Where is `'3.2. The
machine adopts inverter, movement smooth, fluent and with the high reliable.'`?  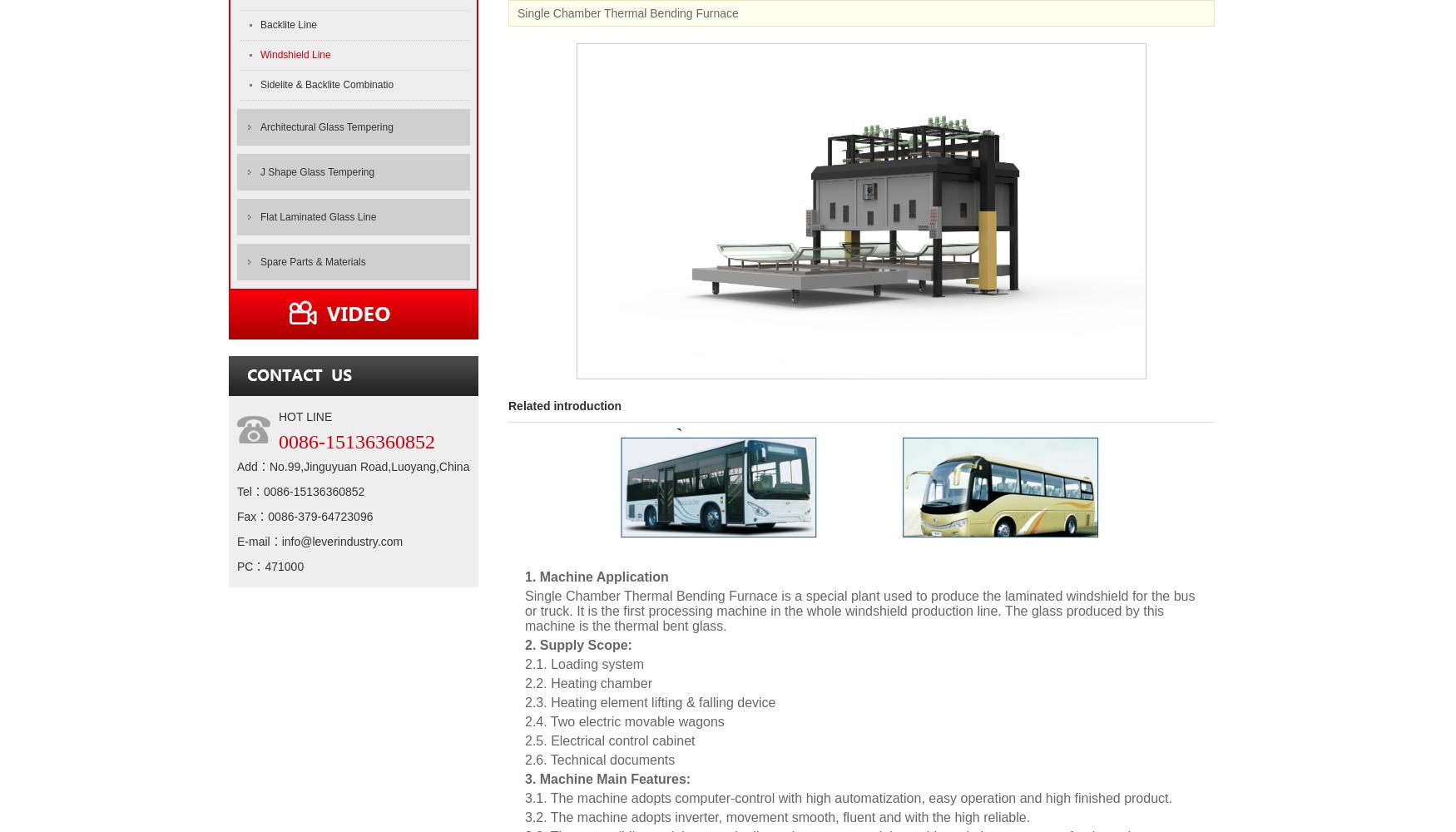 '3.2. The
machine adopts inverter, movement smooth, fluent and with the high reliable.' is located at coordinates (776, 816).